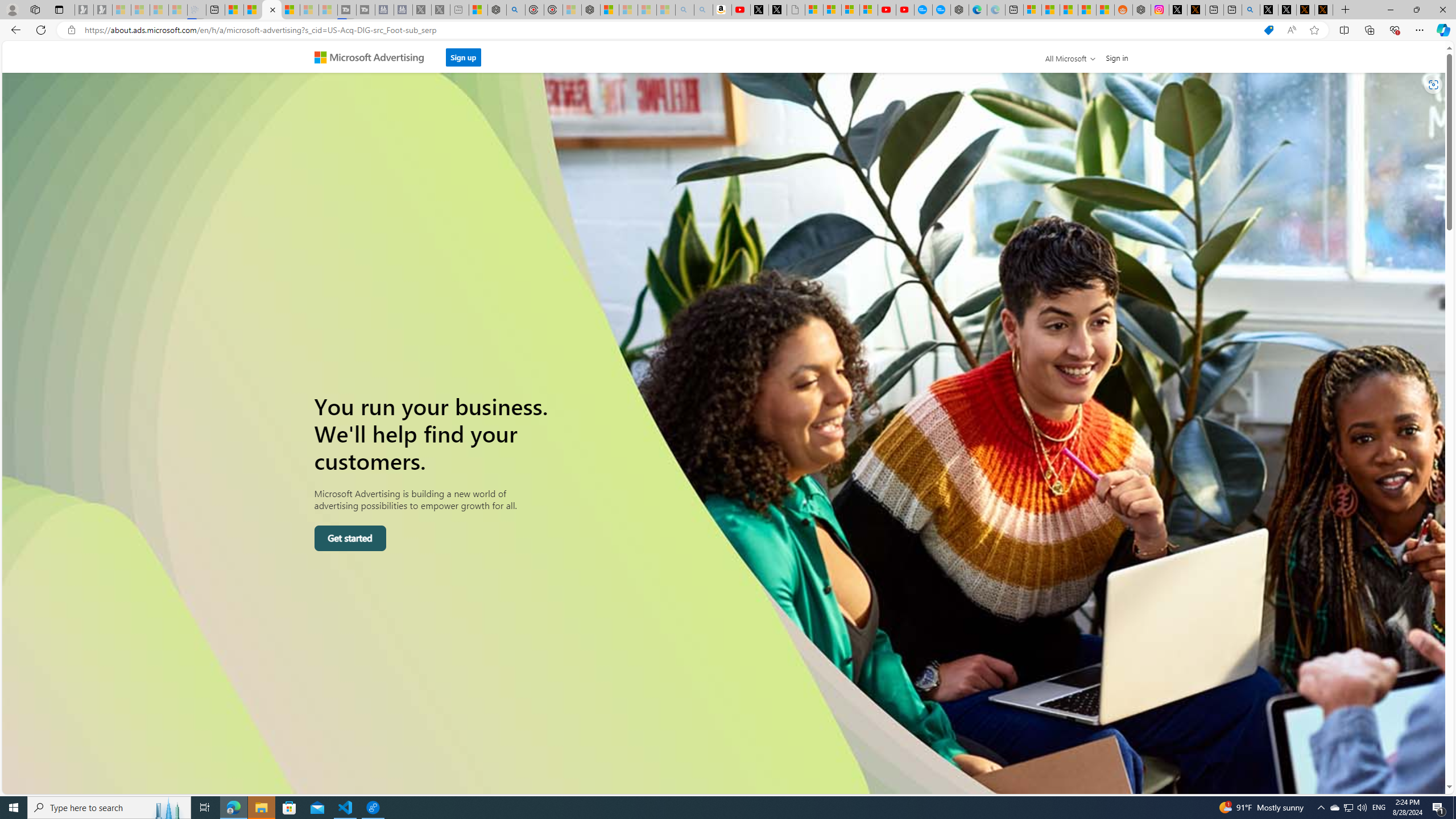 This screenshot has width=1456, height=819. Describe the element at coordinates (463, 54) in the screenshot. I see `'Sign up'` at that location.